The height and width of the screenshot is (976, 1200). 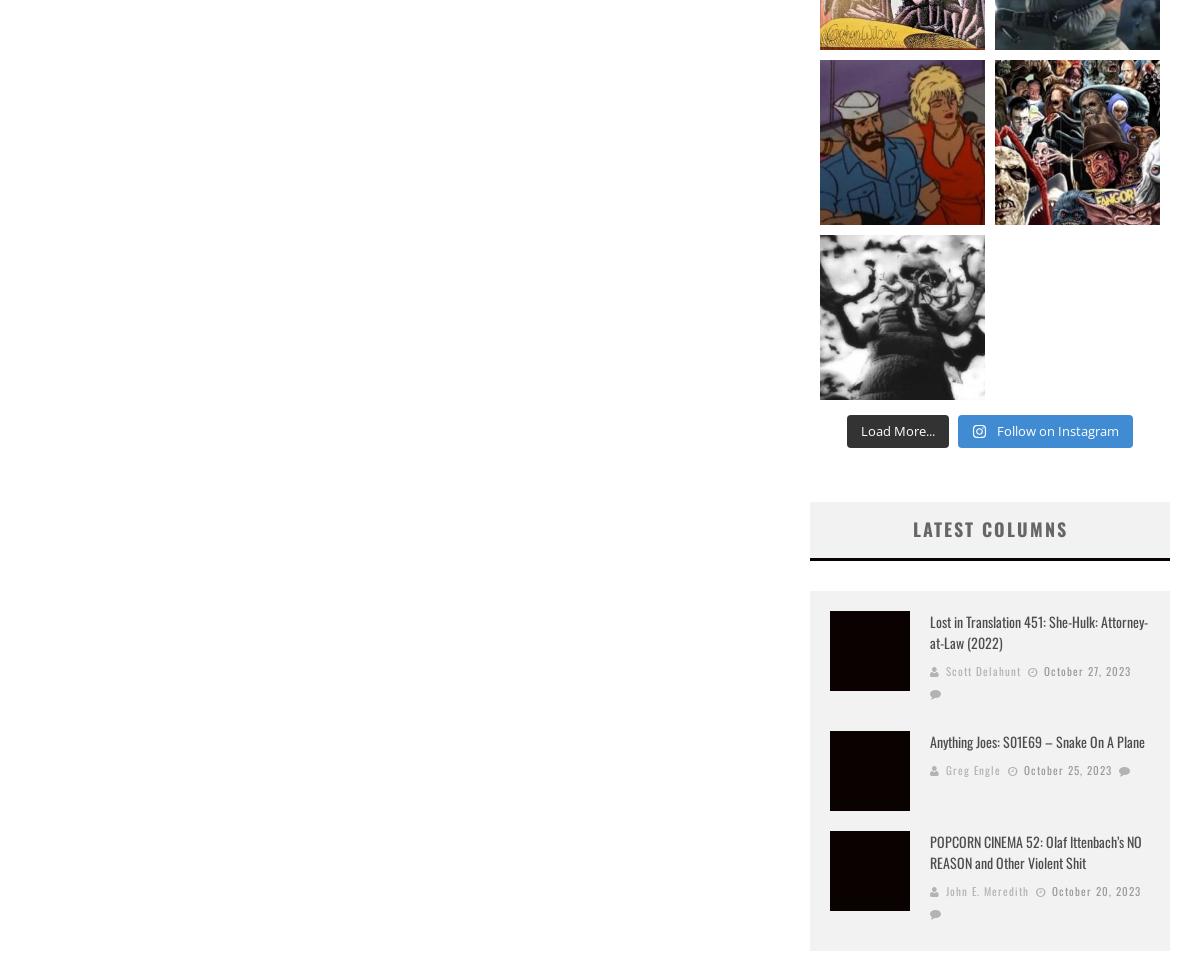 I want to click on 'Scott Delahunt', so click(x=983, y=670).